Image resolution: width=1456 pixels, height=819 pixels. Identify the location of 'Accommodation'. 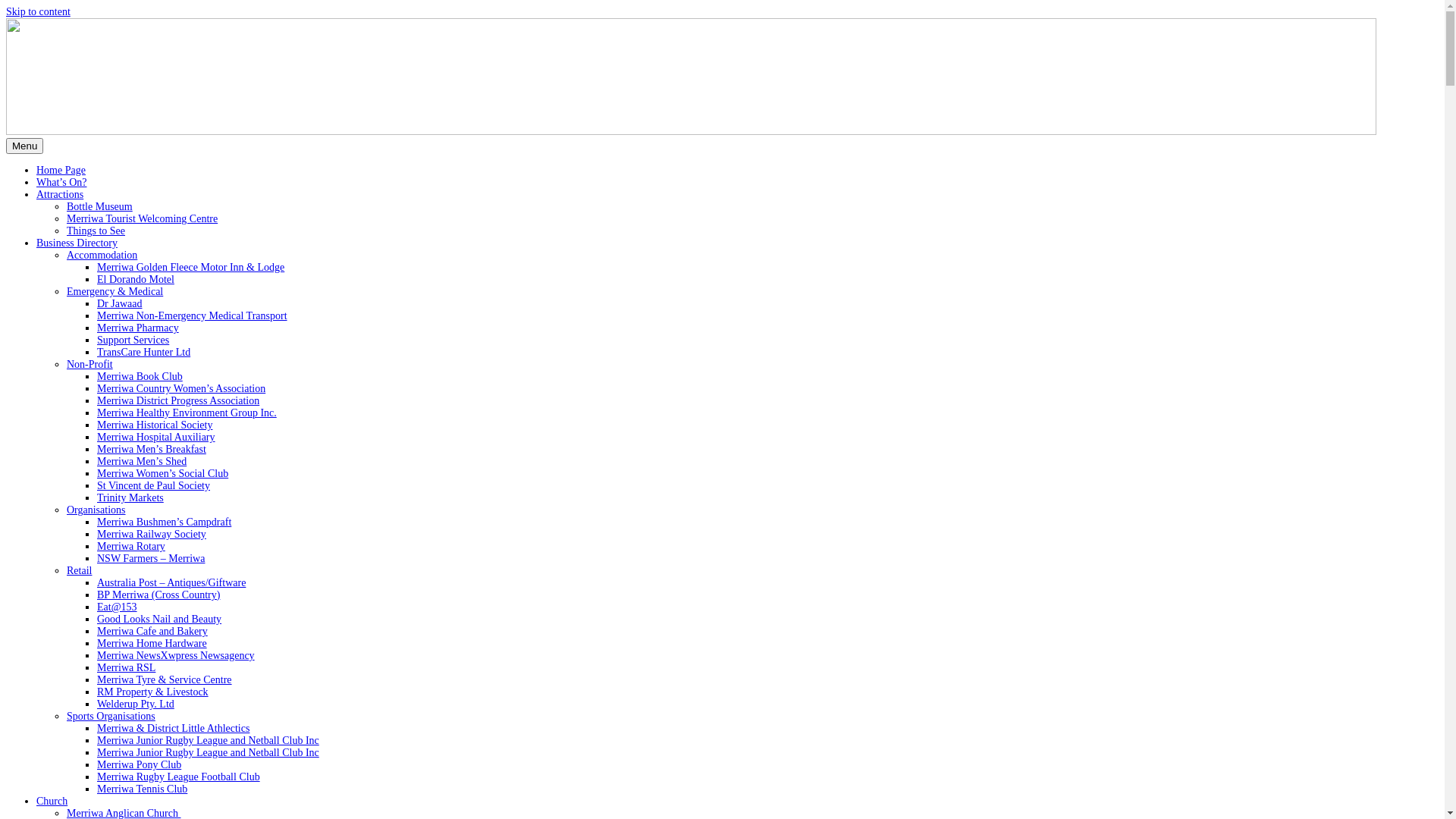
(101, 254).